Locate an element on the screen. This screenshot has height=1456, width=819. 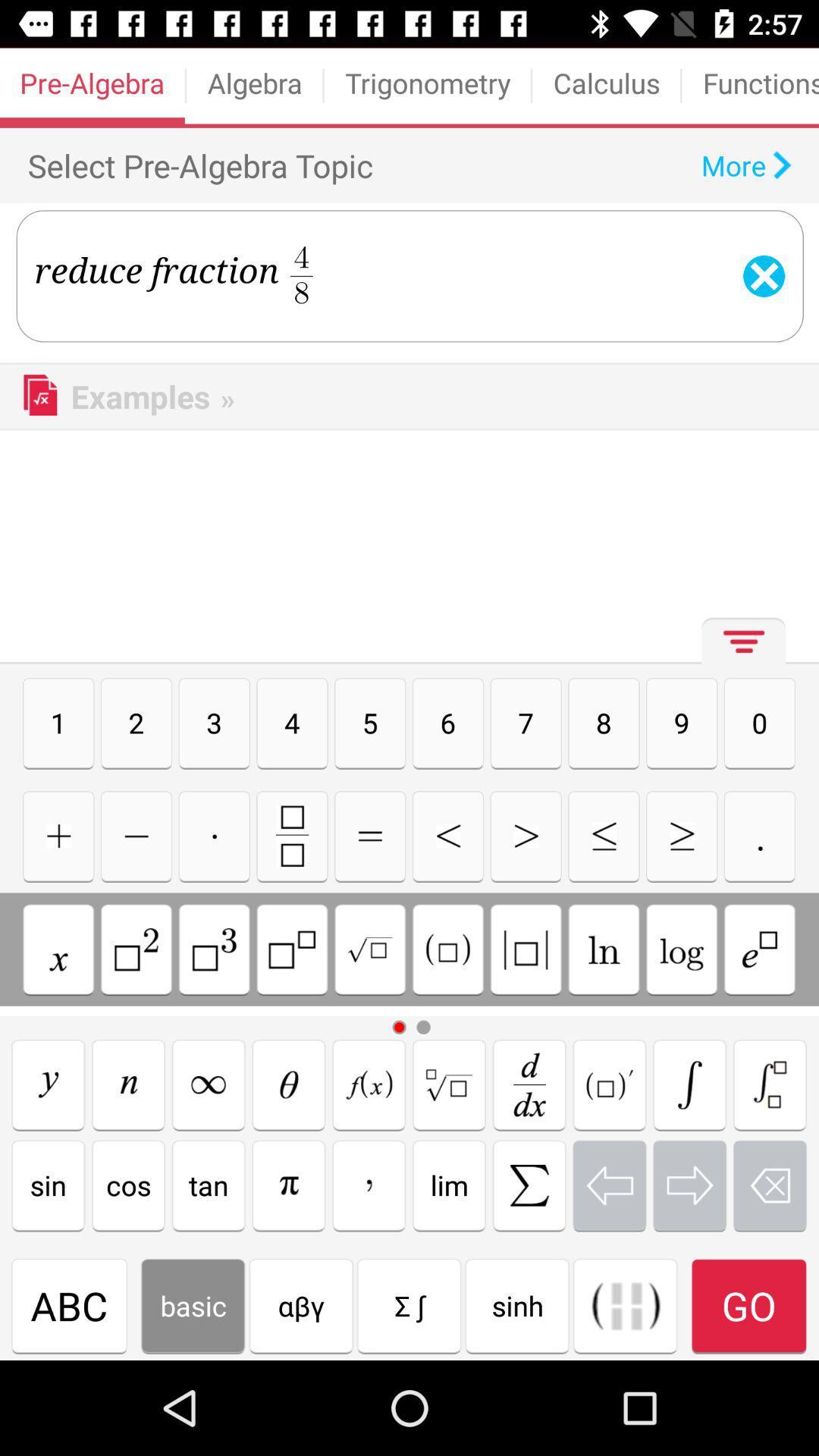
symbol is located at coordinates (58, 949).